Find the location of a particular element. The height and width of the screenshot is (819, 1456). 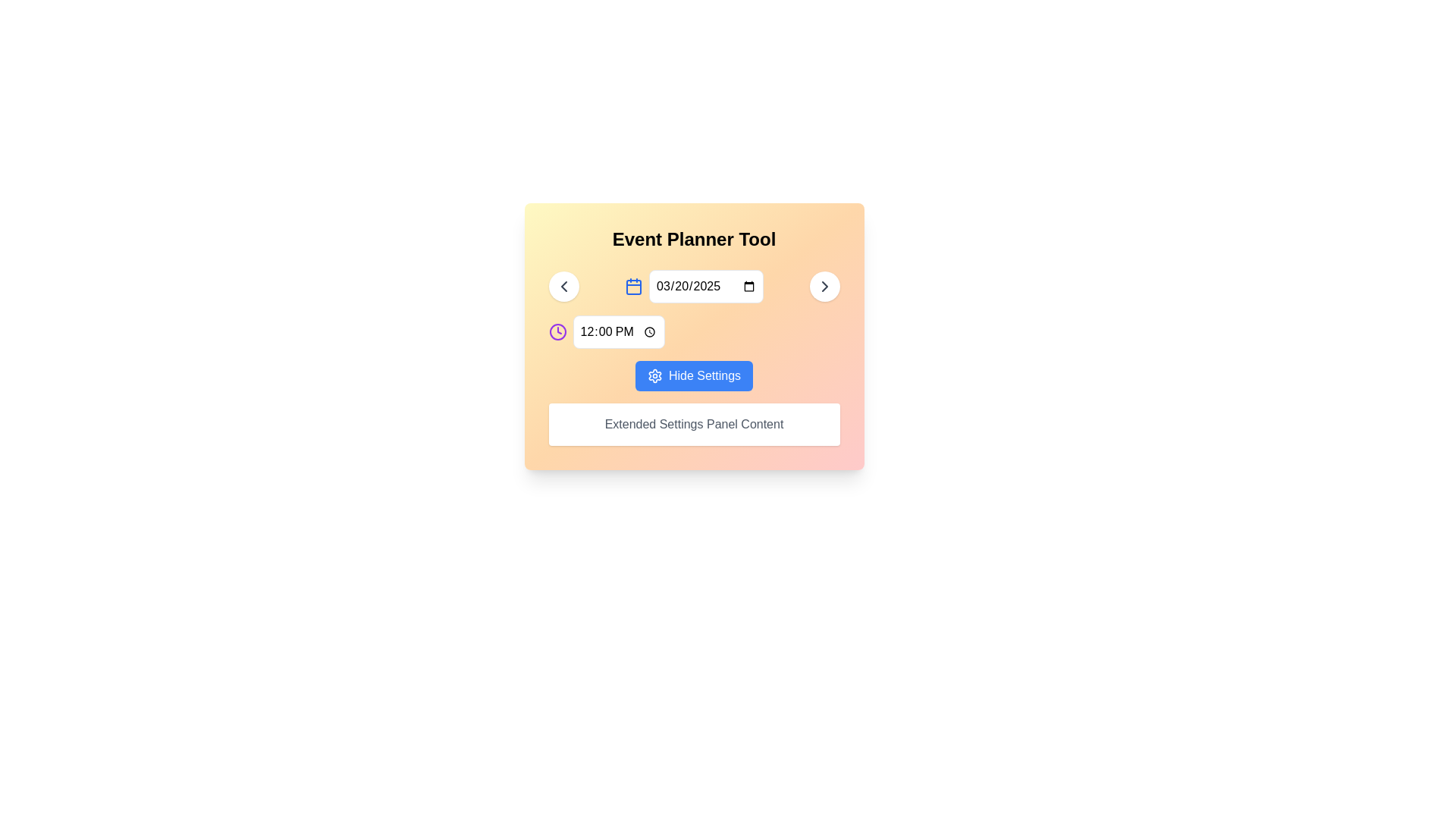

a time from the dropdown in the Time input field located next to the clock icon, below the 'Event Planner Tool' title and the date input field is located at coordinates (619, 331).